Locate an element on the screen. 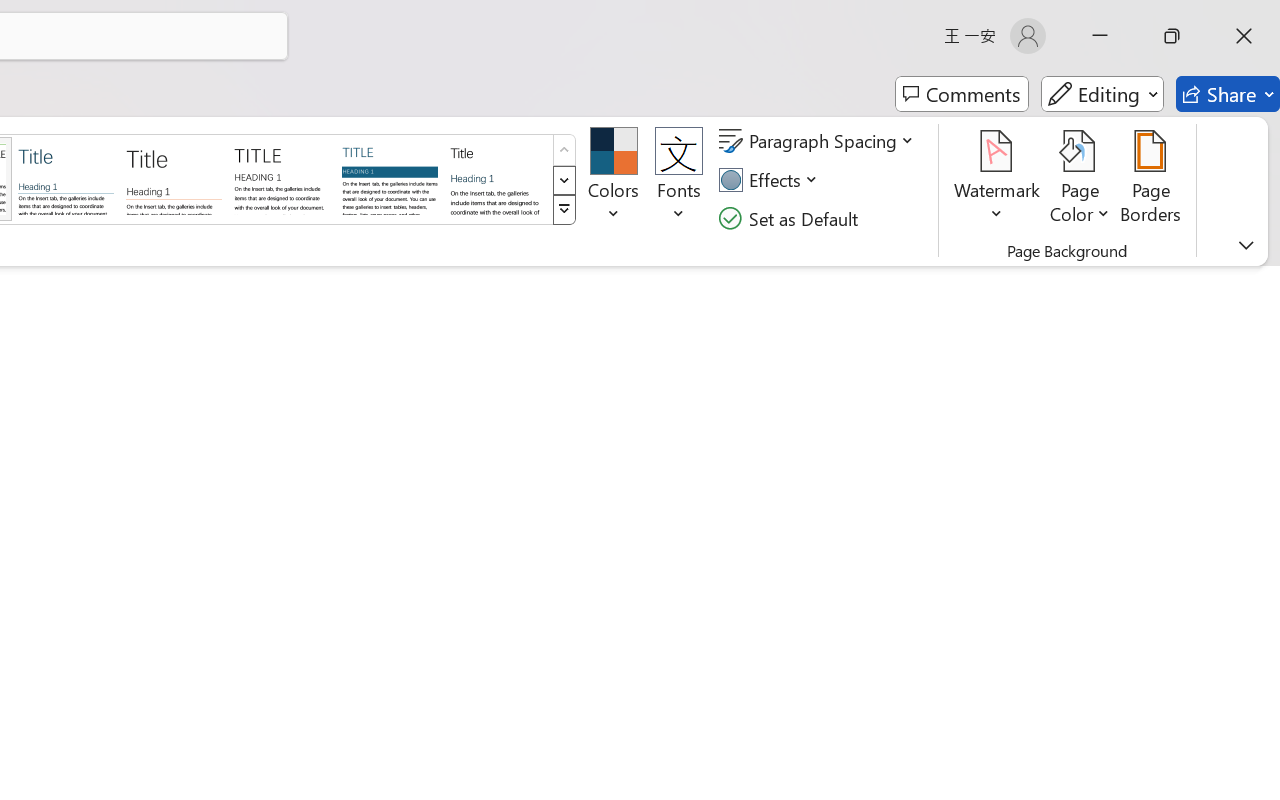 The image size is (1280, 800). 'Minimalist' is located at coordinates (280, 177).